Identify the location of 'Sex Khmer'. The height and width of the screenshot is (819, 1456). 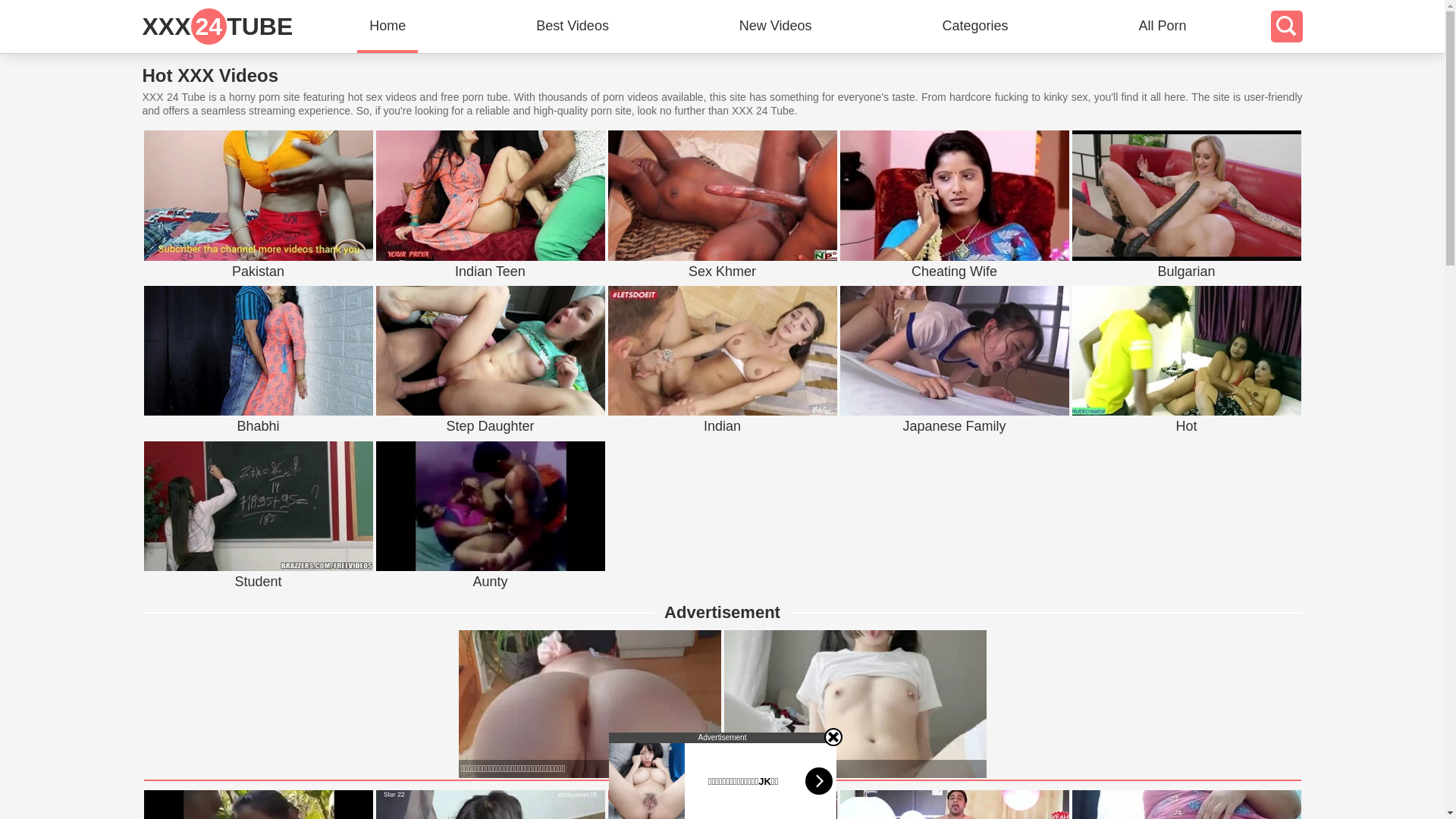
(722, 194).